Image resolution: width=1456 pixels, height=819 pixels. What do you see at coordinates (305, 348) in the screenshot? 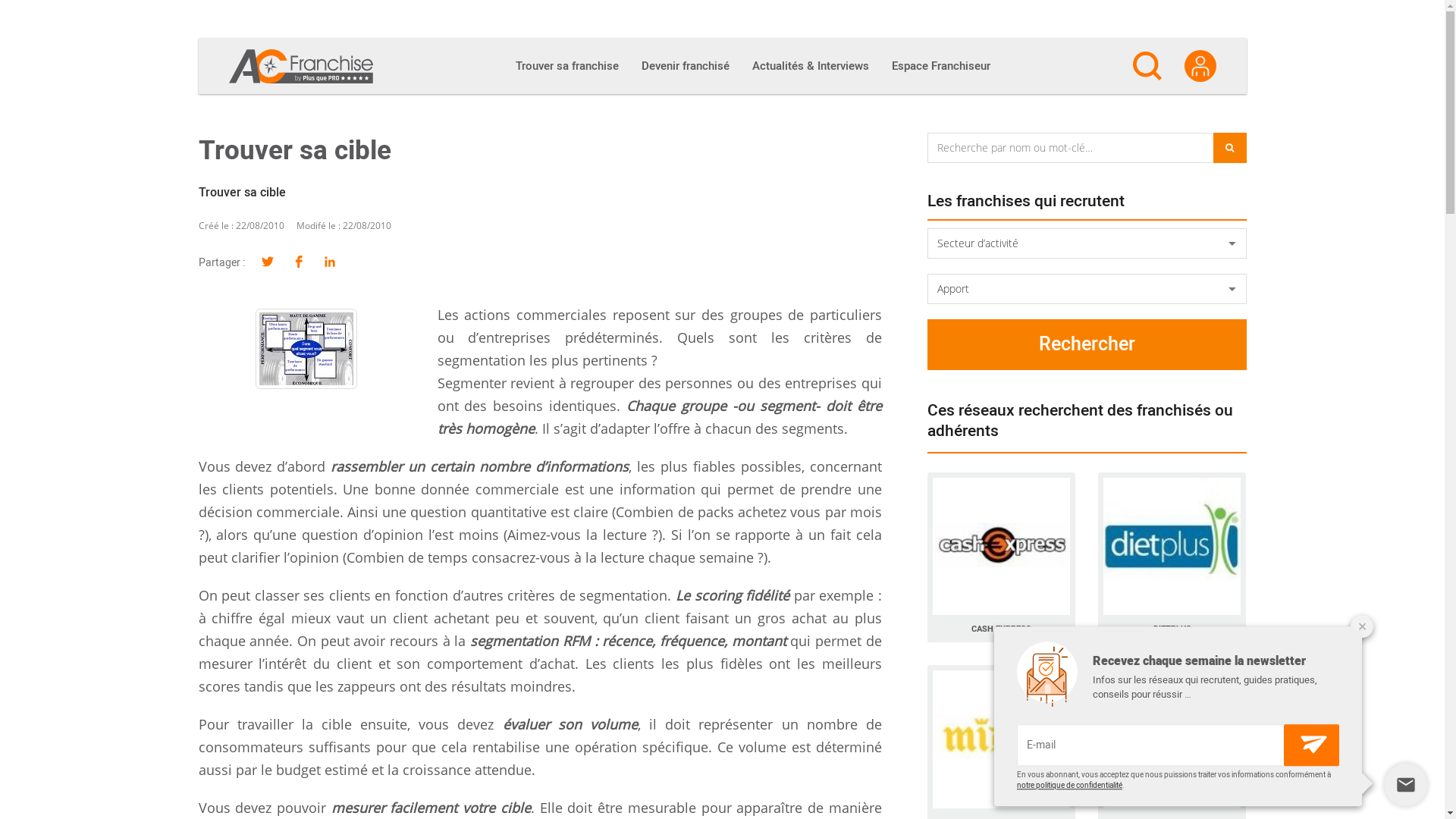
I see `' '` at bounding box center [305, 348].